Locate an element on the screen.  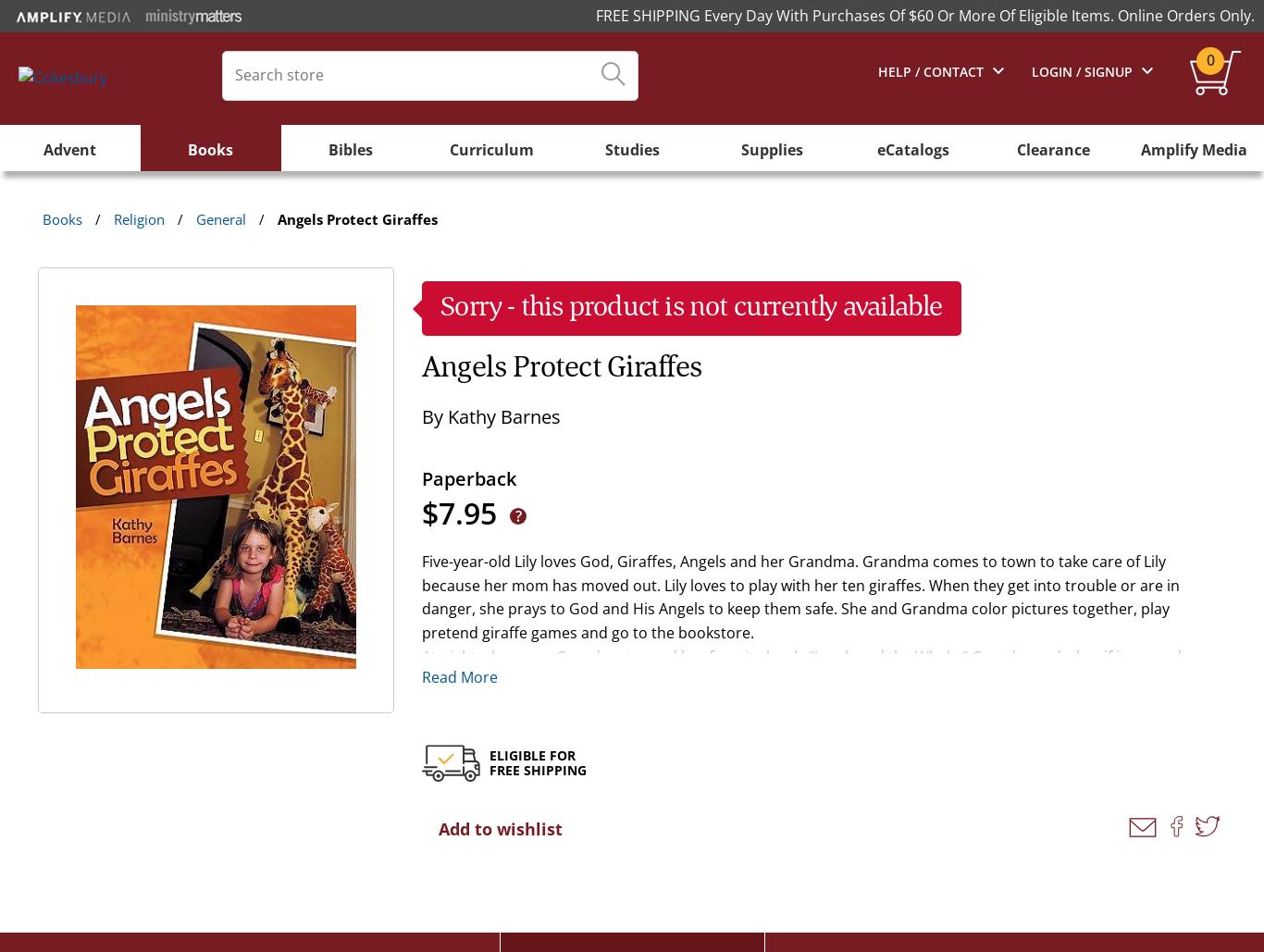
'Kathy also ran and taught a preschool program for handicapped children. She teaches Sunday School in her church. Her husband is a retired Methodist minister.' is located at coordinates (798, 833).